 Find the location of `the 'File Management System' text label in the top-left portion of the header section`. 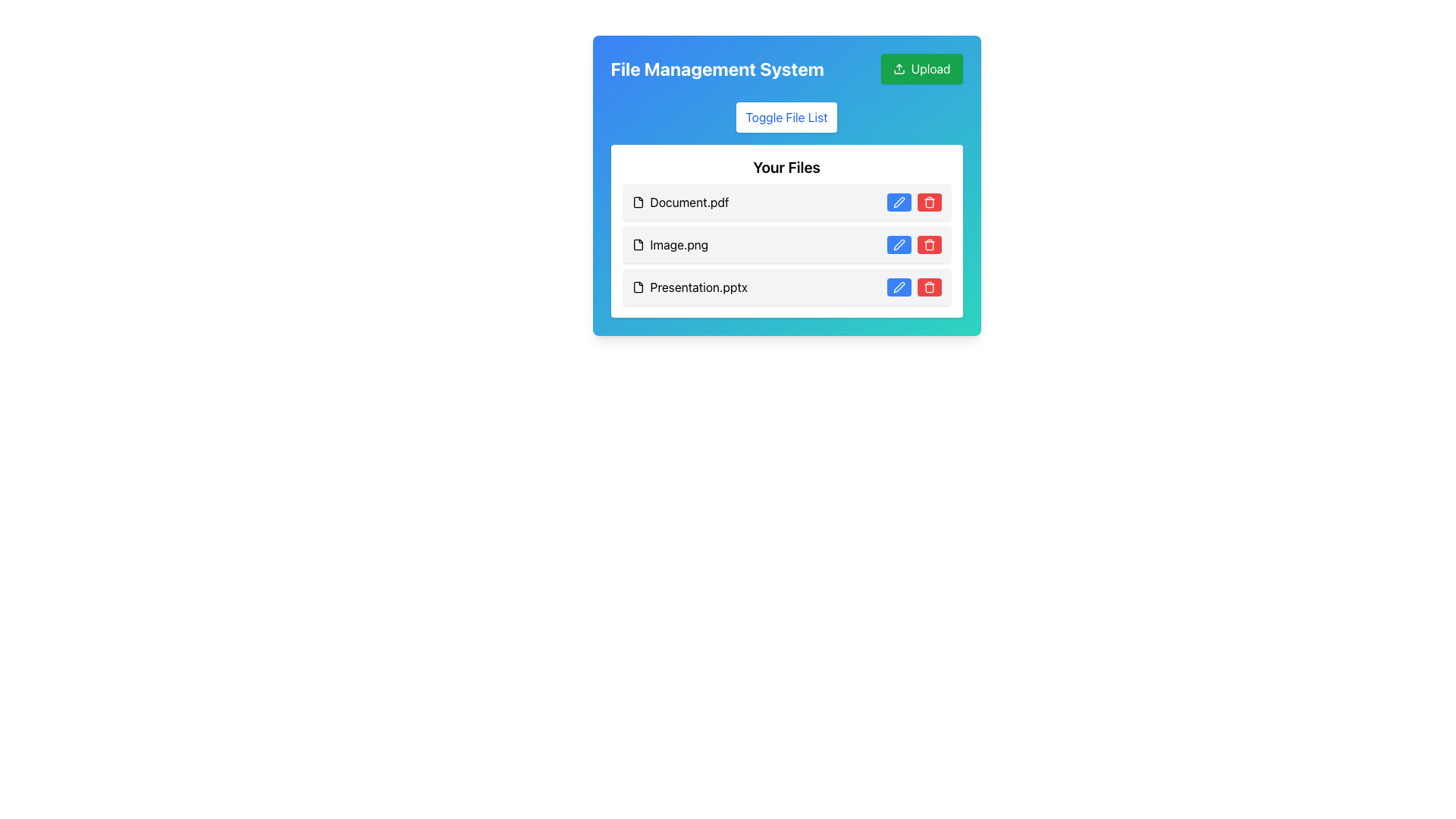

the 'File Management System' text label in the top-left portion of the header section is located at coordinates (717, 69).